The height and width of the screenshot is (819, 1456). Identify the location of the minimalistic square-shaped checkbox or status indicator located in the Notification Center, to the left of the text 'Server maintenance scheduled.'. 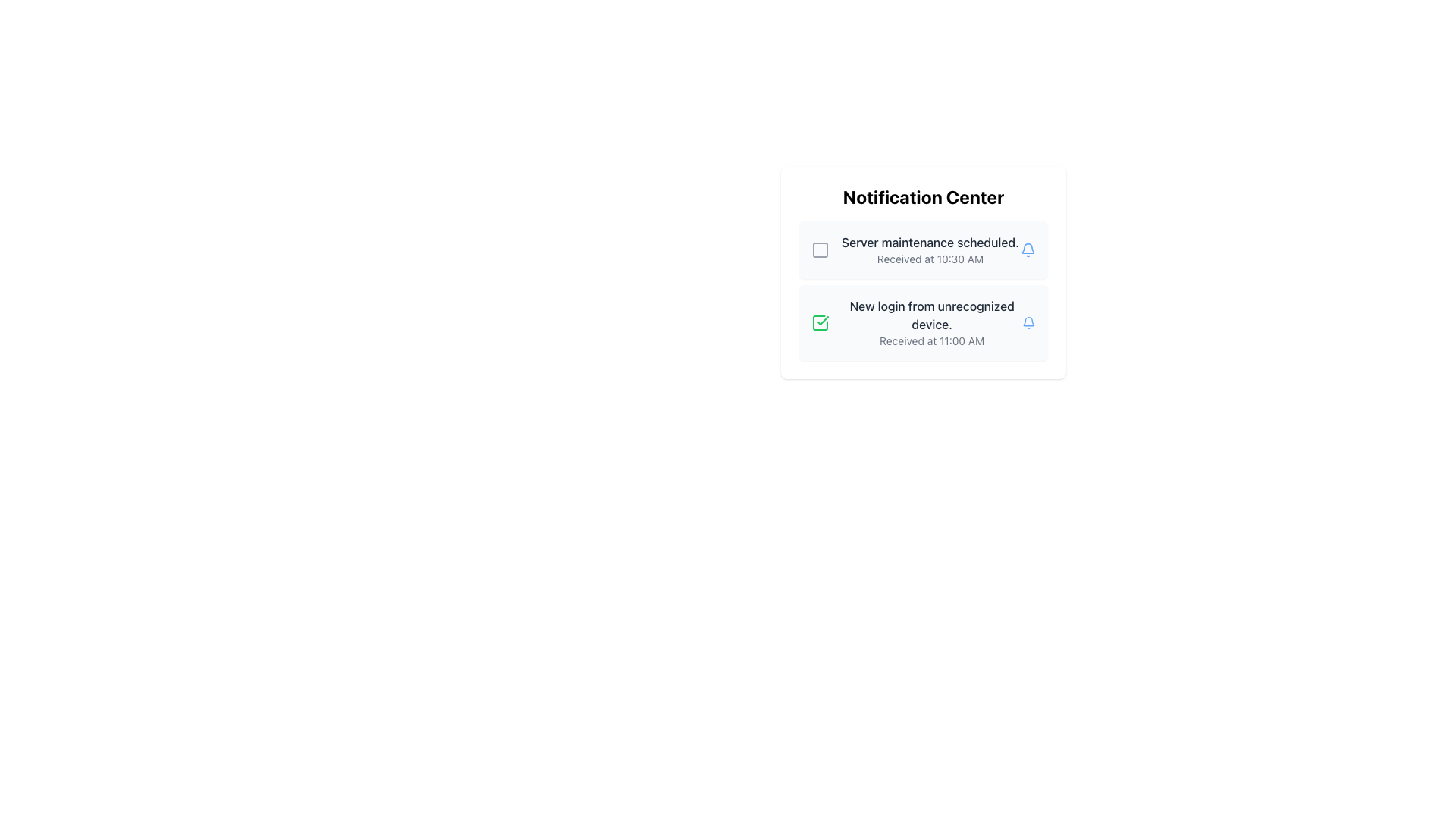
(819, 249).